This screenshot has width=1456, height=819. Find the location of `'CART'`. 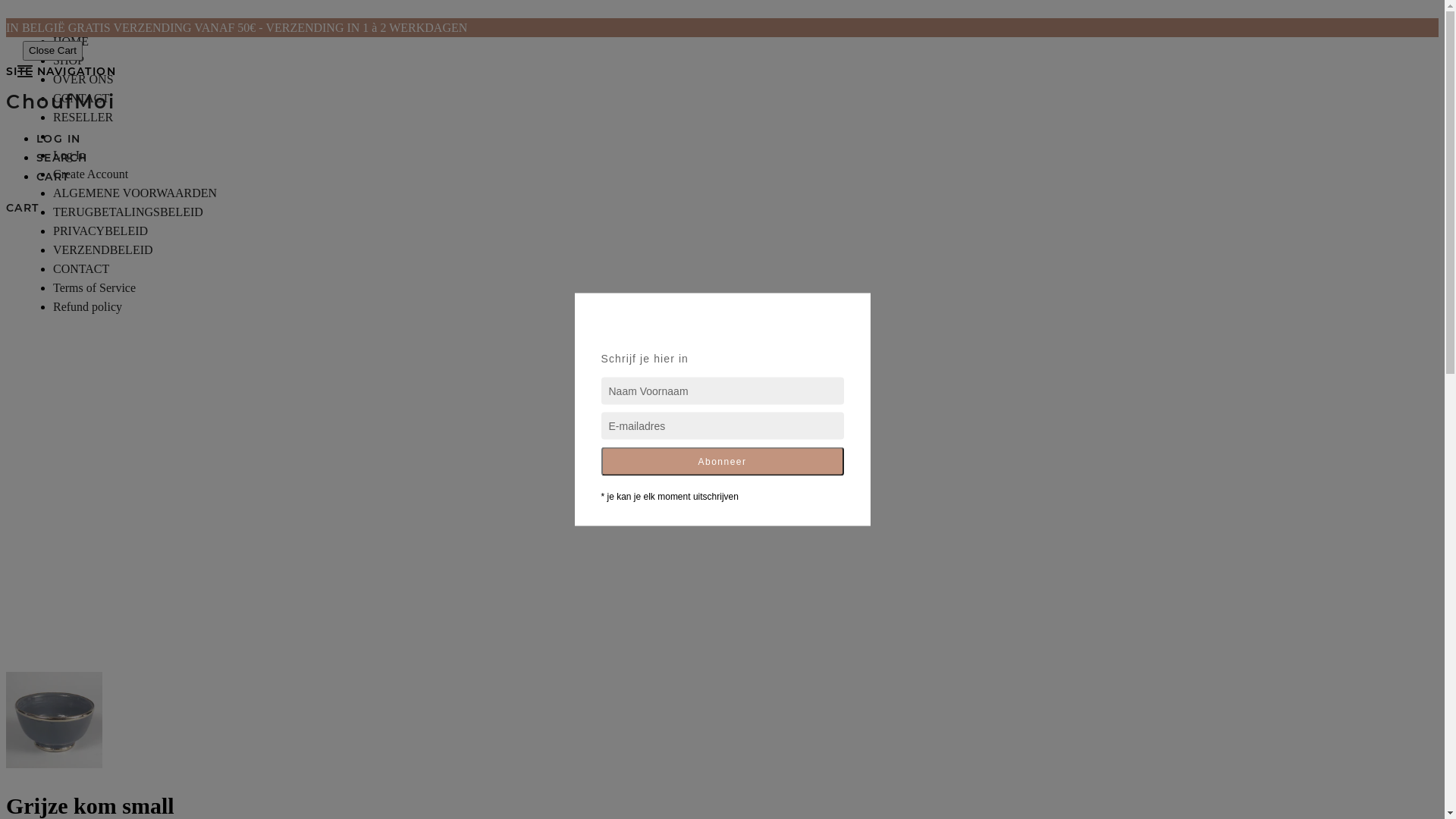

'CART' is located at coordinates (6, 207).